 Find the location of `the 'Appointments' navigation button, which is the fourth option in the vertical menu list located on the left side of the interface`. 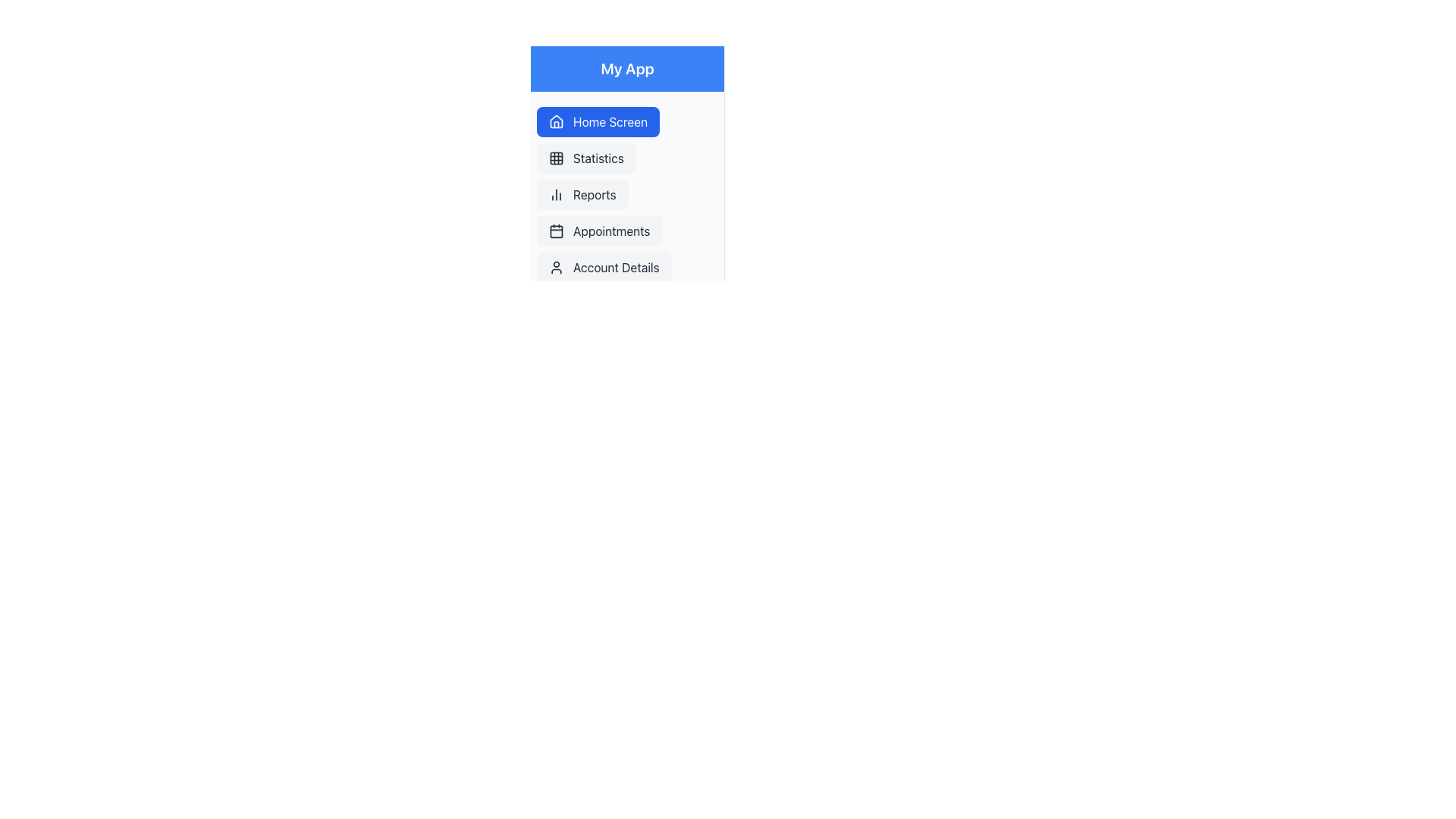

the 'Appointments' navigation button, which is the fourth option in the vertical menu list located on the left side of the interface is located at coordinates (598, 231).